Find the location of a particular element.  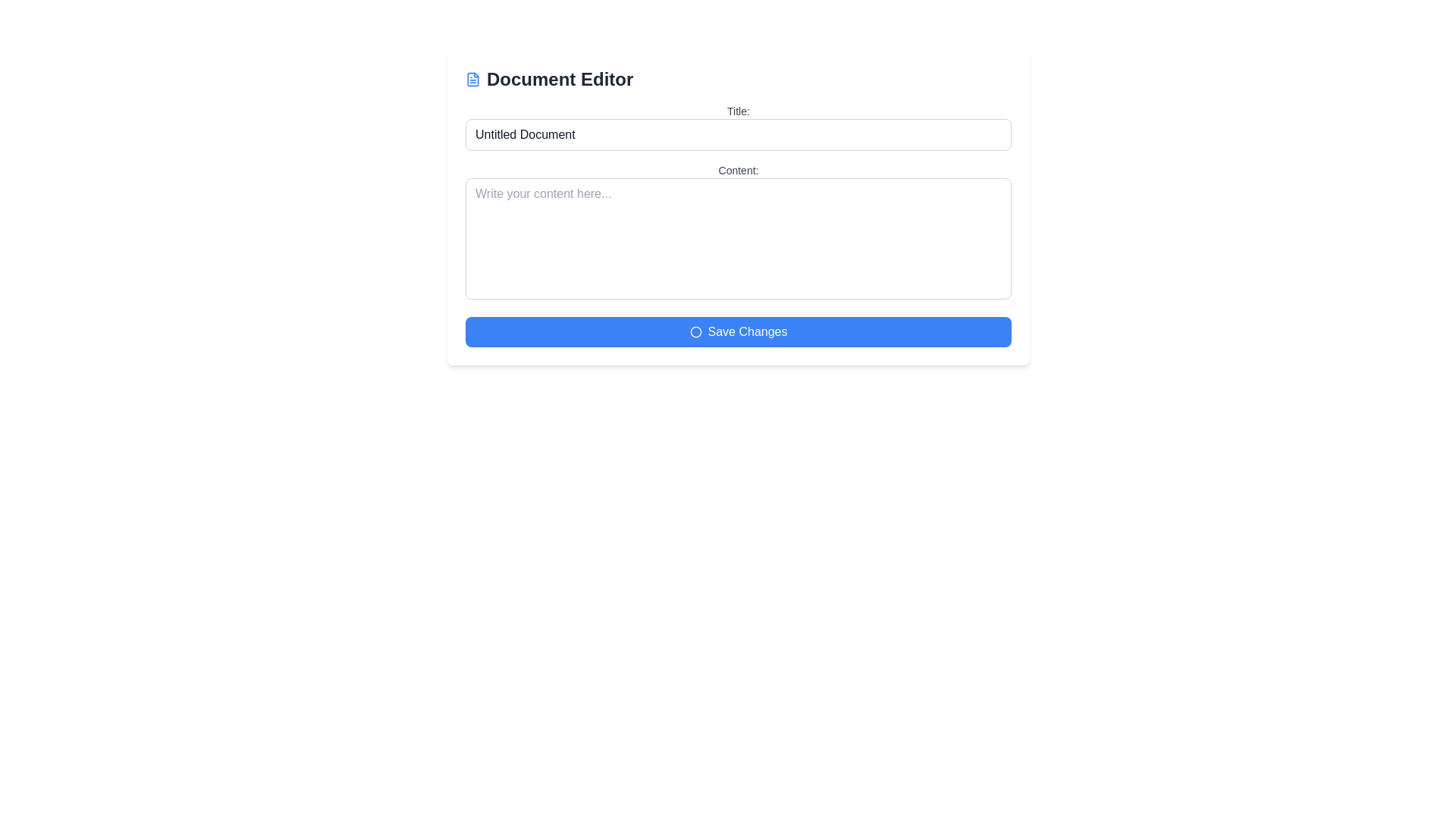

the save button located at the bottom of the form to initiate the save action is located at coordinates (739, 331).